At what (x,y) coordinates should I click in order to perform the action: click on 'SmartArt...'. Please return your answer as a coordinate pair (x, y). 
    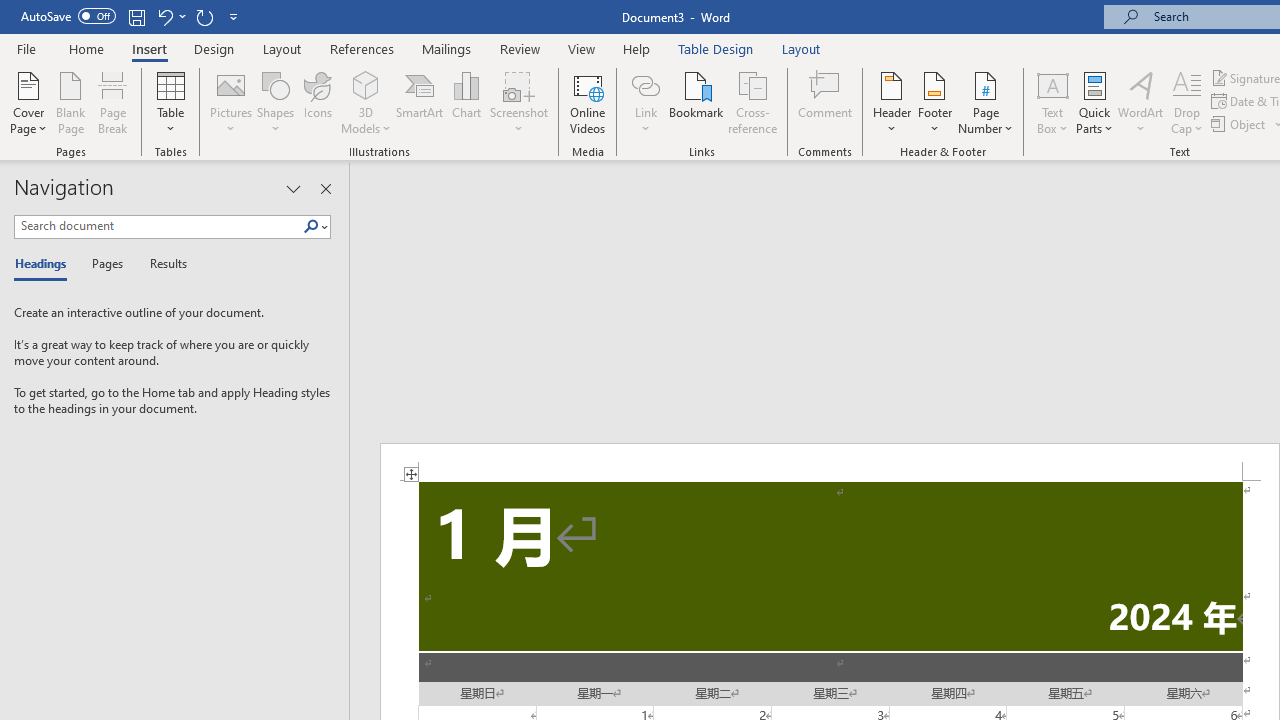
    Looking at the image, I should click on (418, 103).